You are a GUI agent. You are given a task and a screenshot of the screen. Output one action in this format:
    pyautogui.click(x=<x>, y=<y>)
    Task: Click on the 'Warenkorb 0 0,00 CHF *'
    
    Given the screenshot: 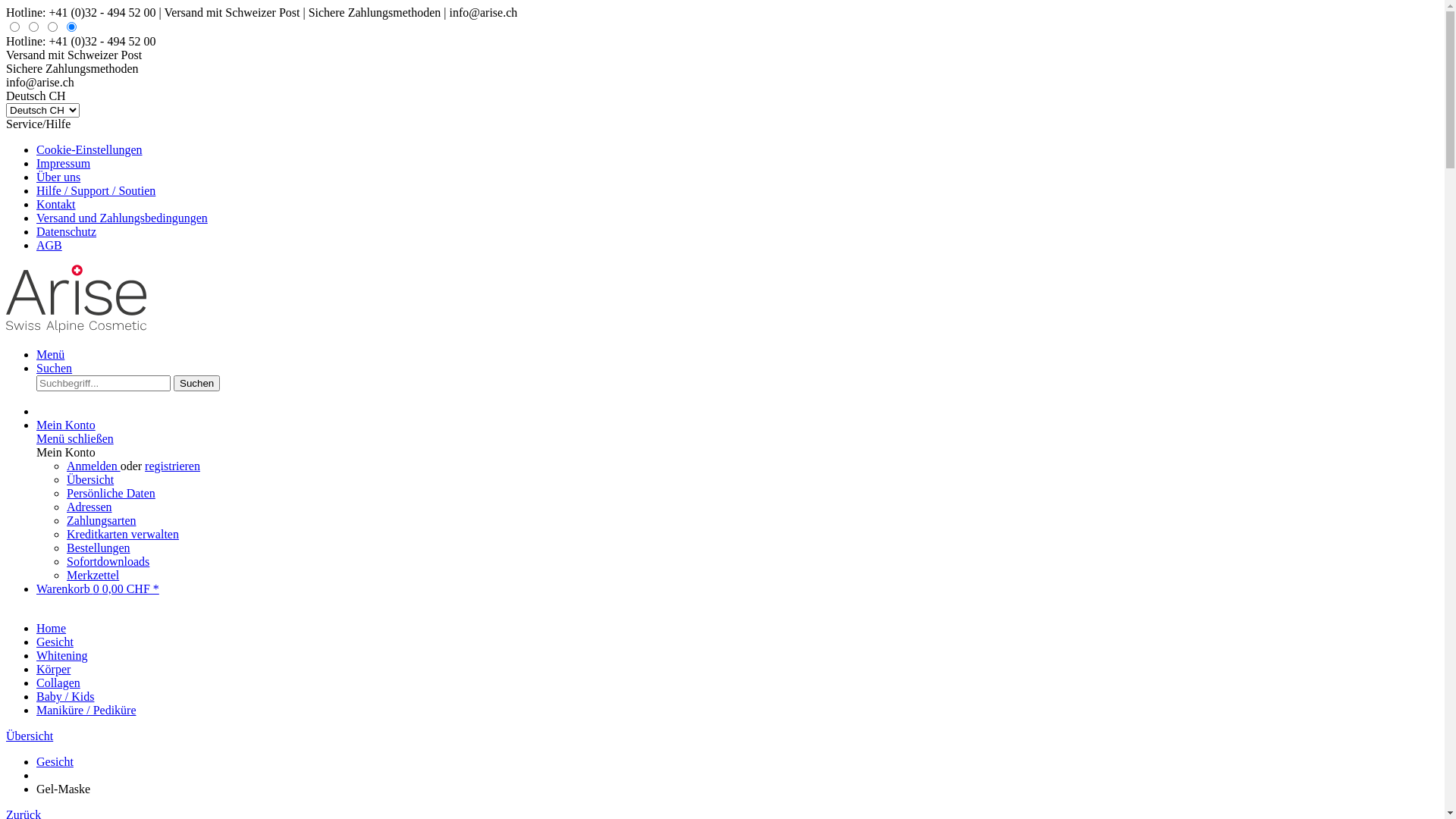 What is the action you would take?
    pyautogui.click(x=97, y=588)
    